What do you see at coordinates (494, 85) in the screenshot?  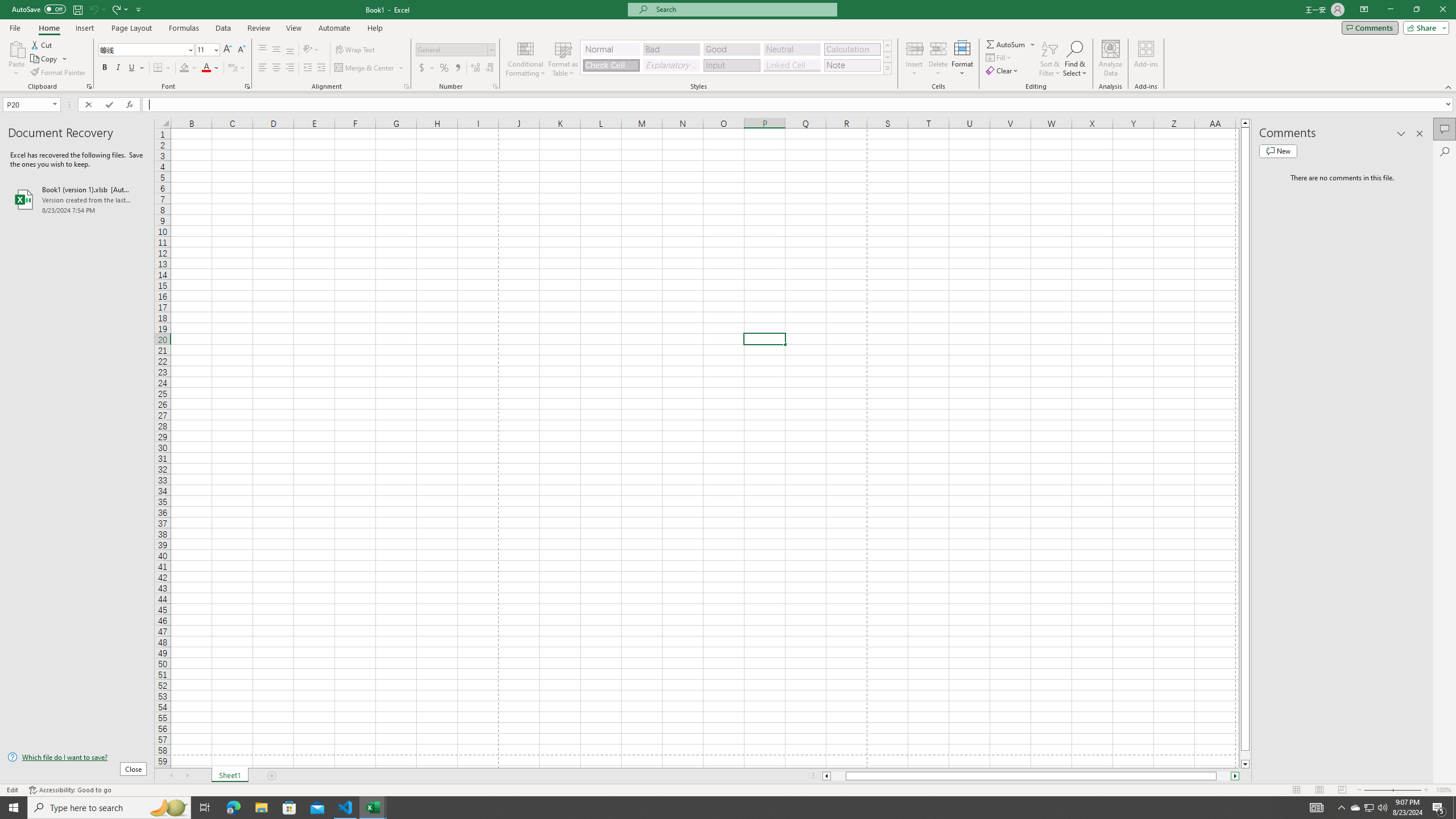 I see `'Format Cell Number'` at bounding box center [494, 85].